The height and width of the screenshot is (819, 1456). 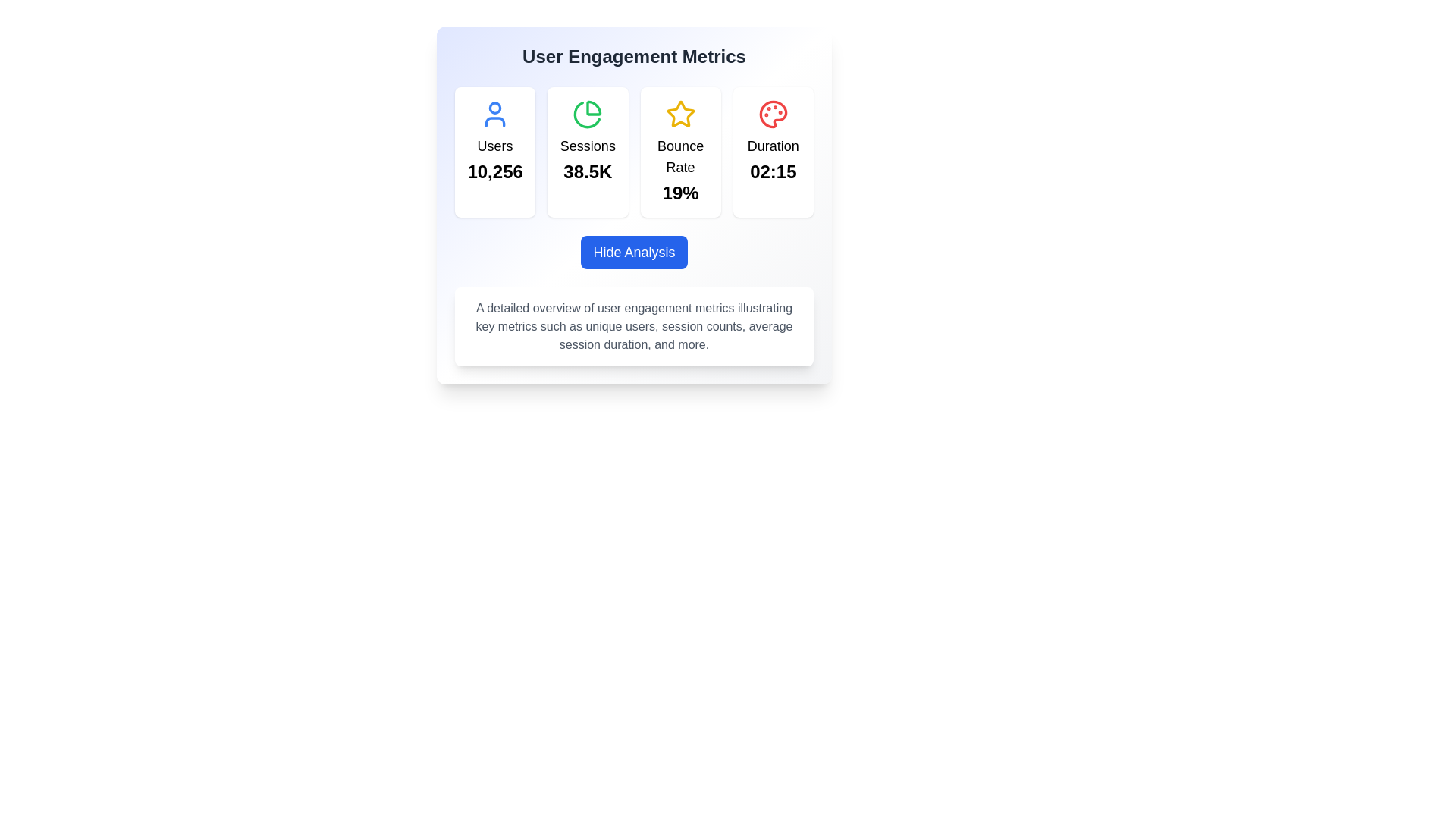 What do you see at coordinates (773, 146) in the screenshot?
I see `the Text label indicating the duration metric, which is positioned above the value '02:15' in the fourth column of the user engagement statistics display` at bounding box center [773, 146].